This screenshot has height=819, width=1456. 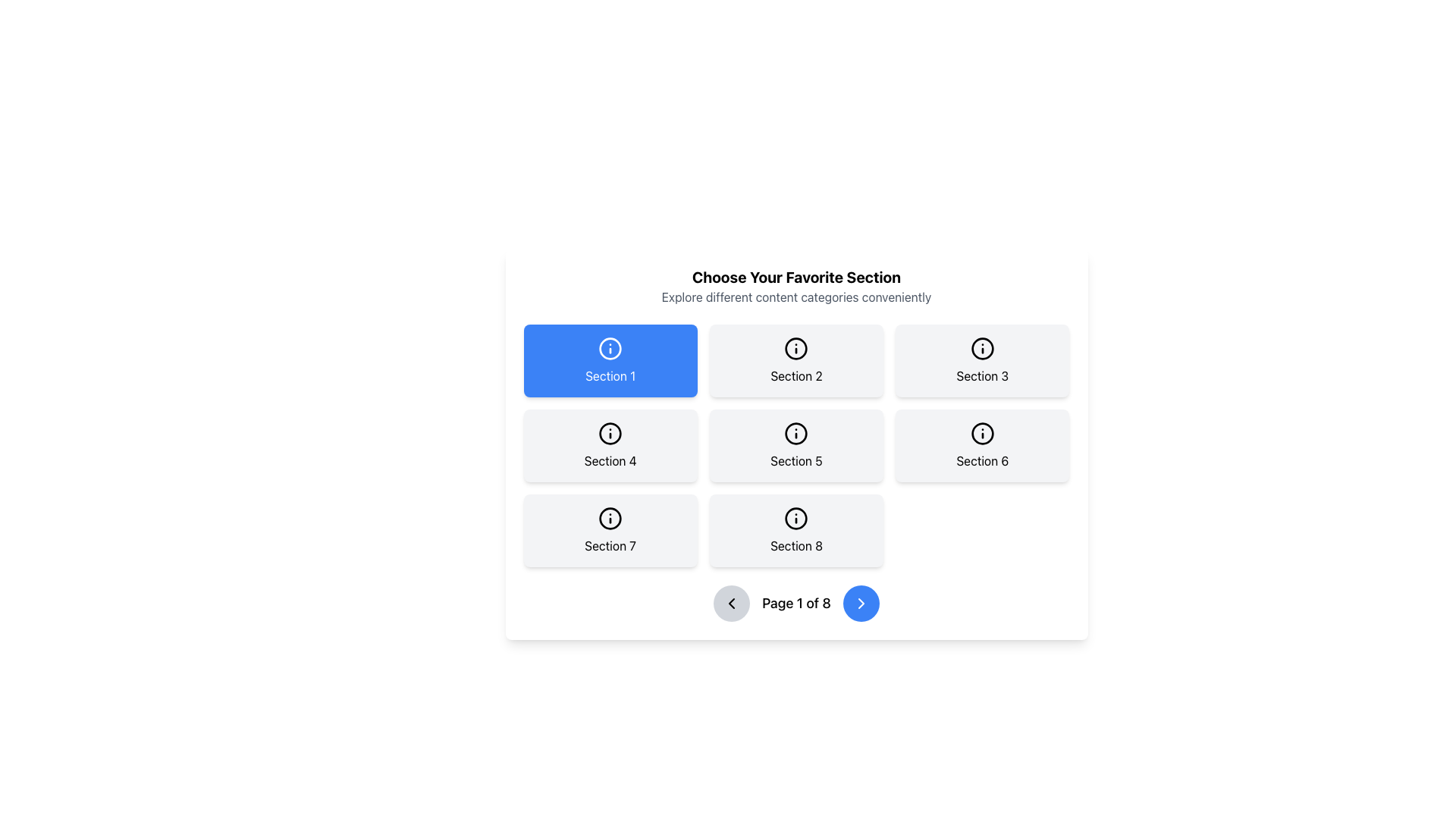 What do you see at coordinates (795, 297) in the screenshot?
I see `the informational Label located horizontally centered below the 'Choose Your Favorite Section' header, which provides context for the section selection area` at bounding box center [795, 297].